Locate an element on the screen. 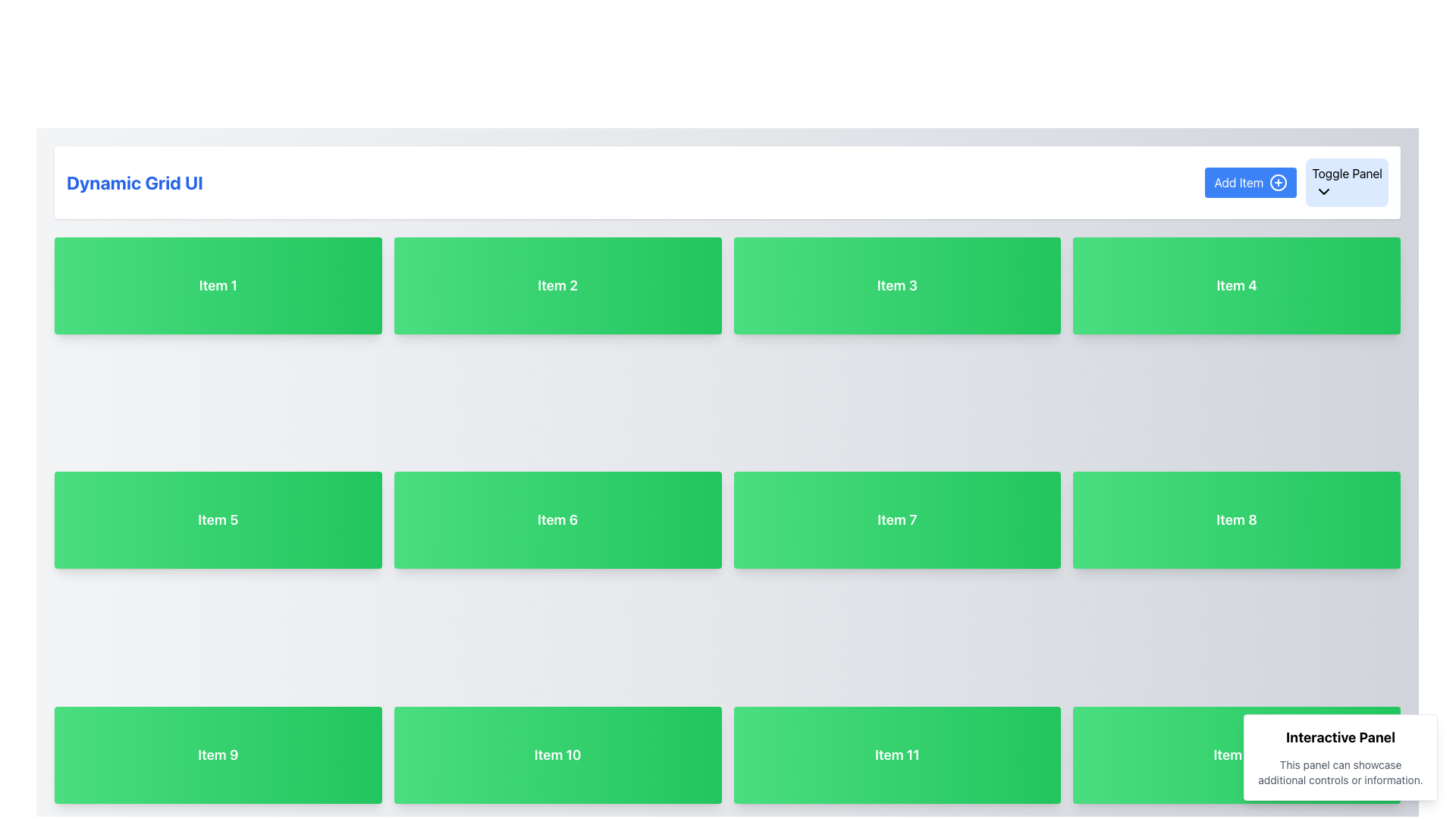 This screenshot has height=819, width=1456. the button located in the top-right part of the interface, to the left of the 'Toggle Panel' button is located at coordinates (1250, 181).